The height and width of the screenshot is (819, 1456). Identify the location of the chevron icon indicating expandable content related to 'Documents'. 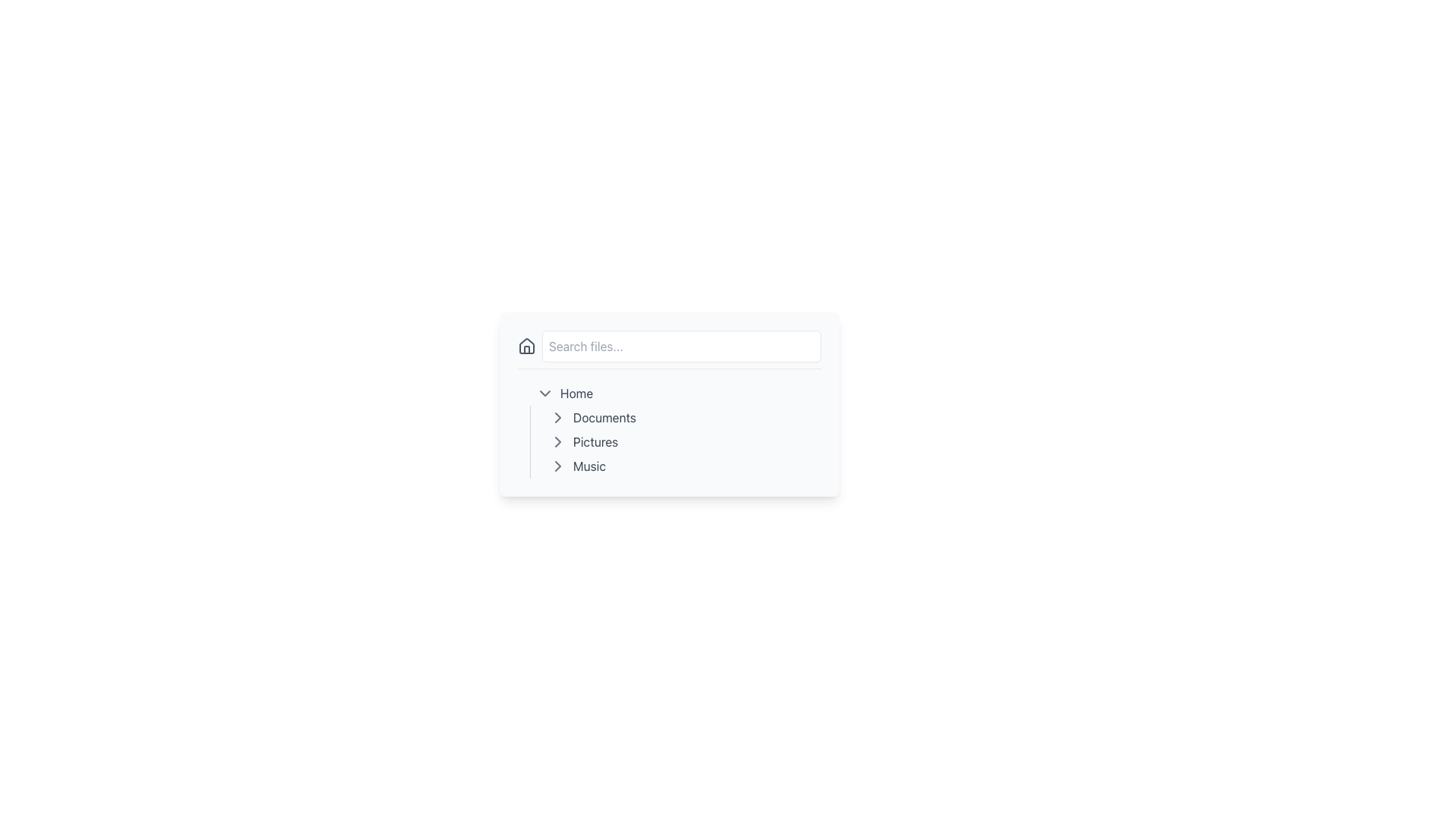
(557, 418).